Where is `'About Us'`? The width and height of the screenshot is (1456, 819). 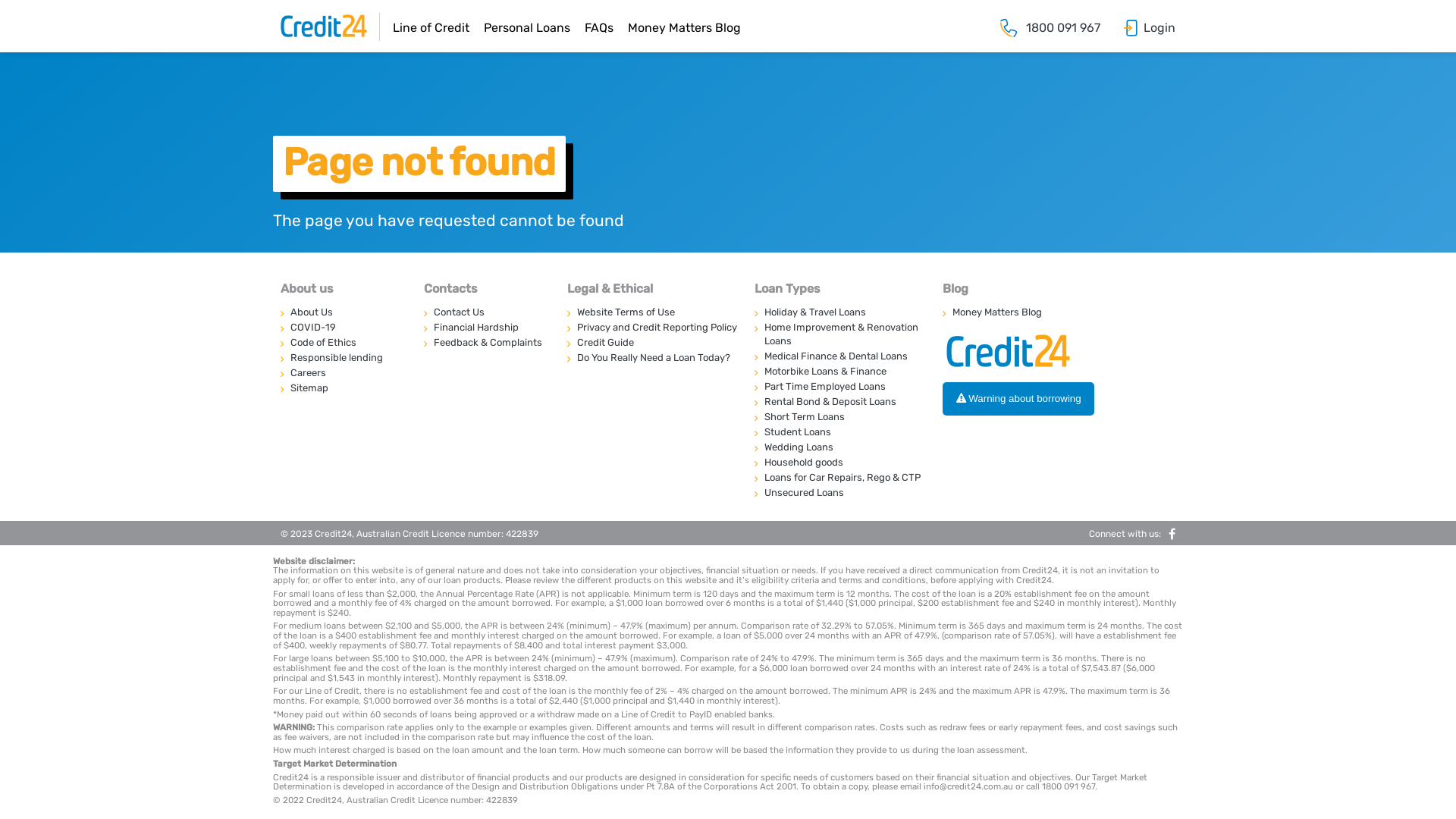
'About Us' is located at coordinates (342, 312).